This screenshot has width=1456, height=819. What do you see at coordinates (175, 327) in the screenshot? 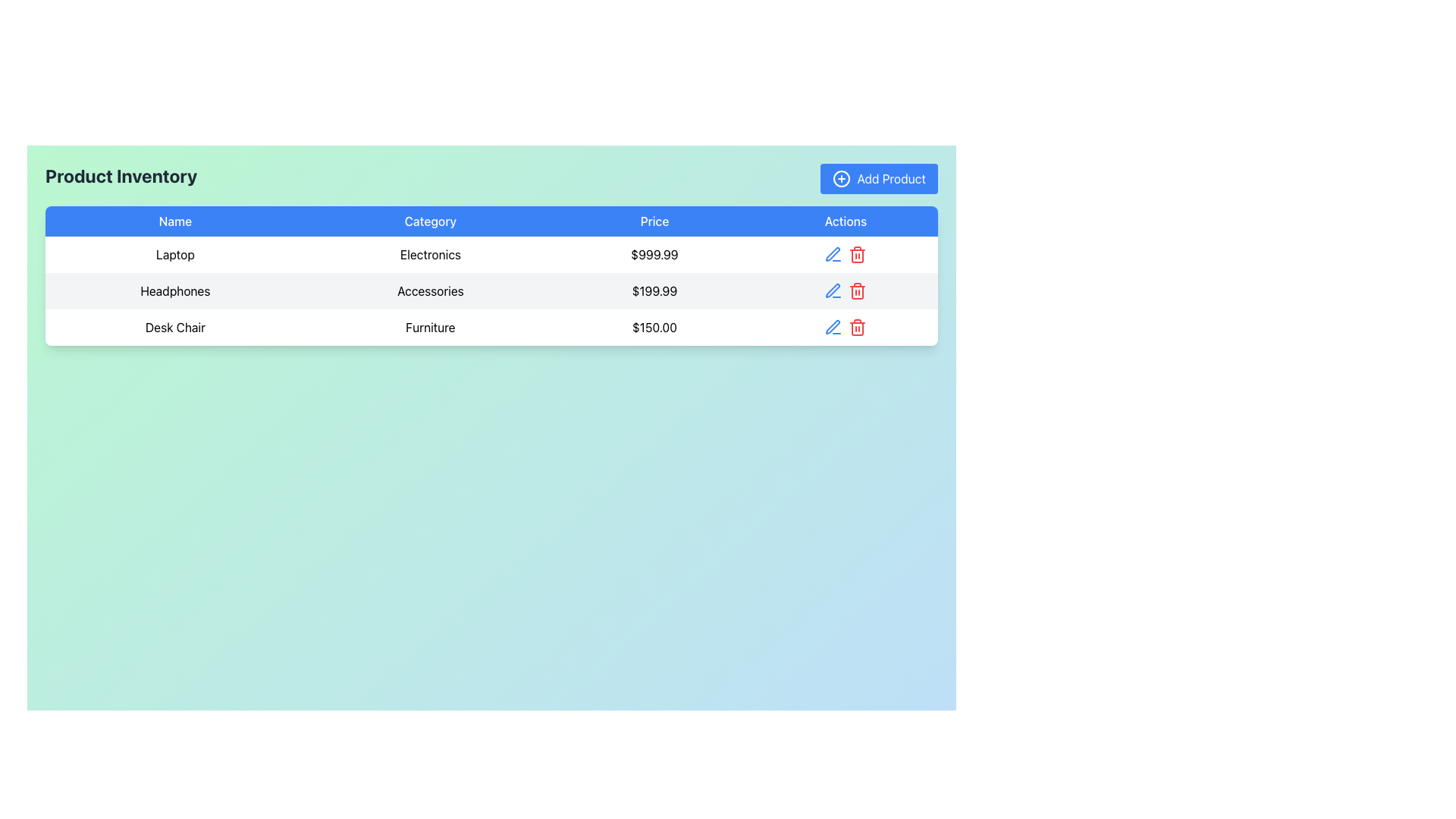
I see `value 'Desk Chair' from the Text Label located in the first column of the third row in the 'Product Inventory' table` at bounding box center [175, 327].